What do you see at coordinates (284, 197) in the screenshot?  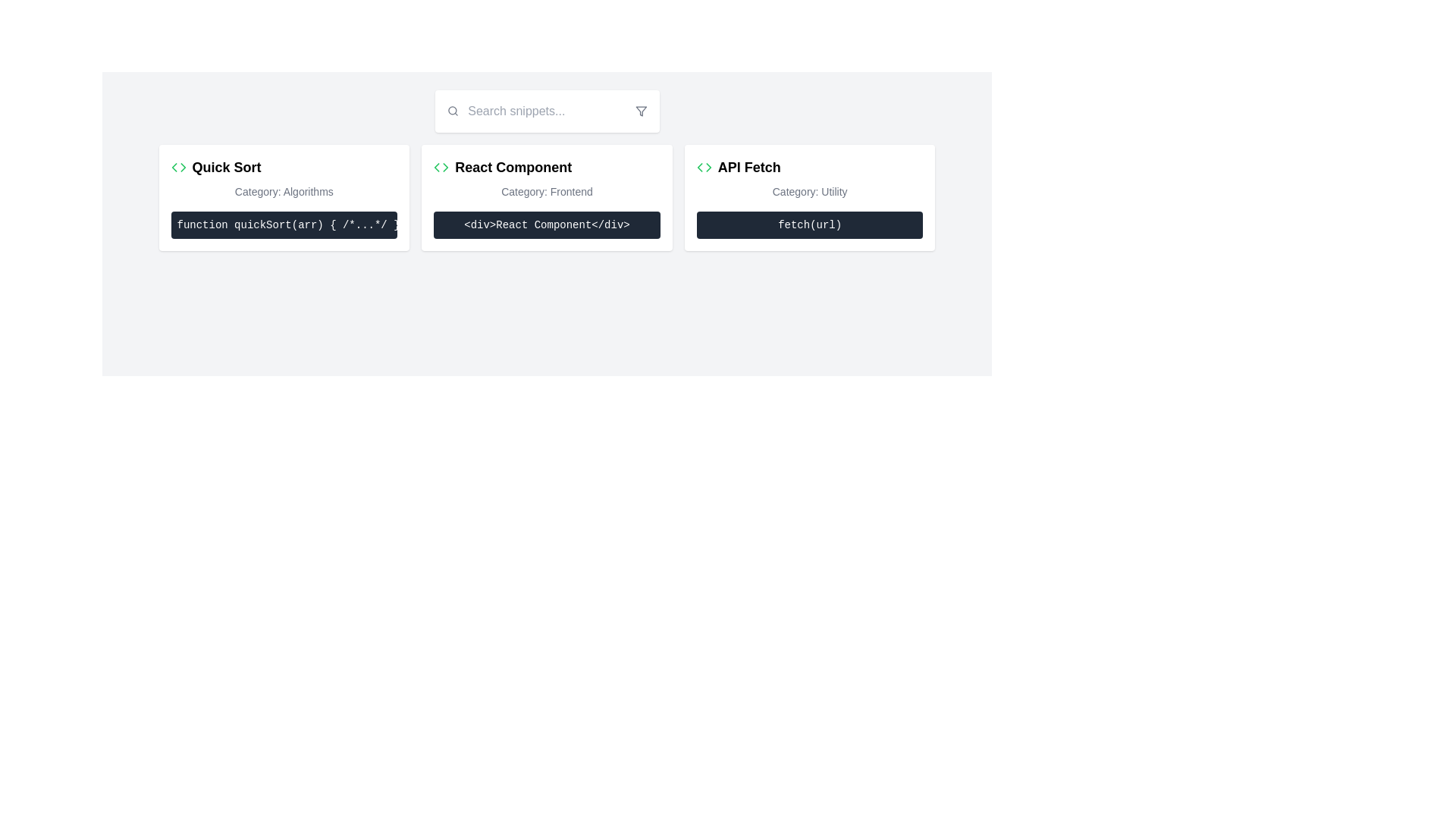 I see `the Information Card displaying 'Quick Sort' with a white background and rounded corners, which is the first card in a grid of three cards` at bounding box center [284, 197].